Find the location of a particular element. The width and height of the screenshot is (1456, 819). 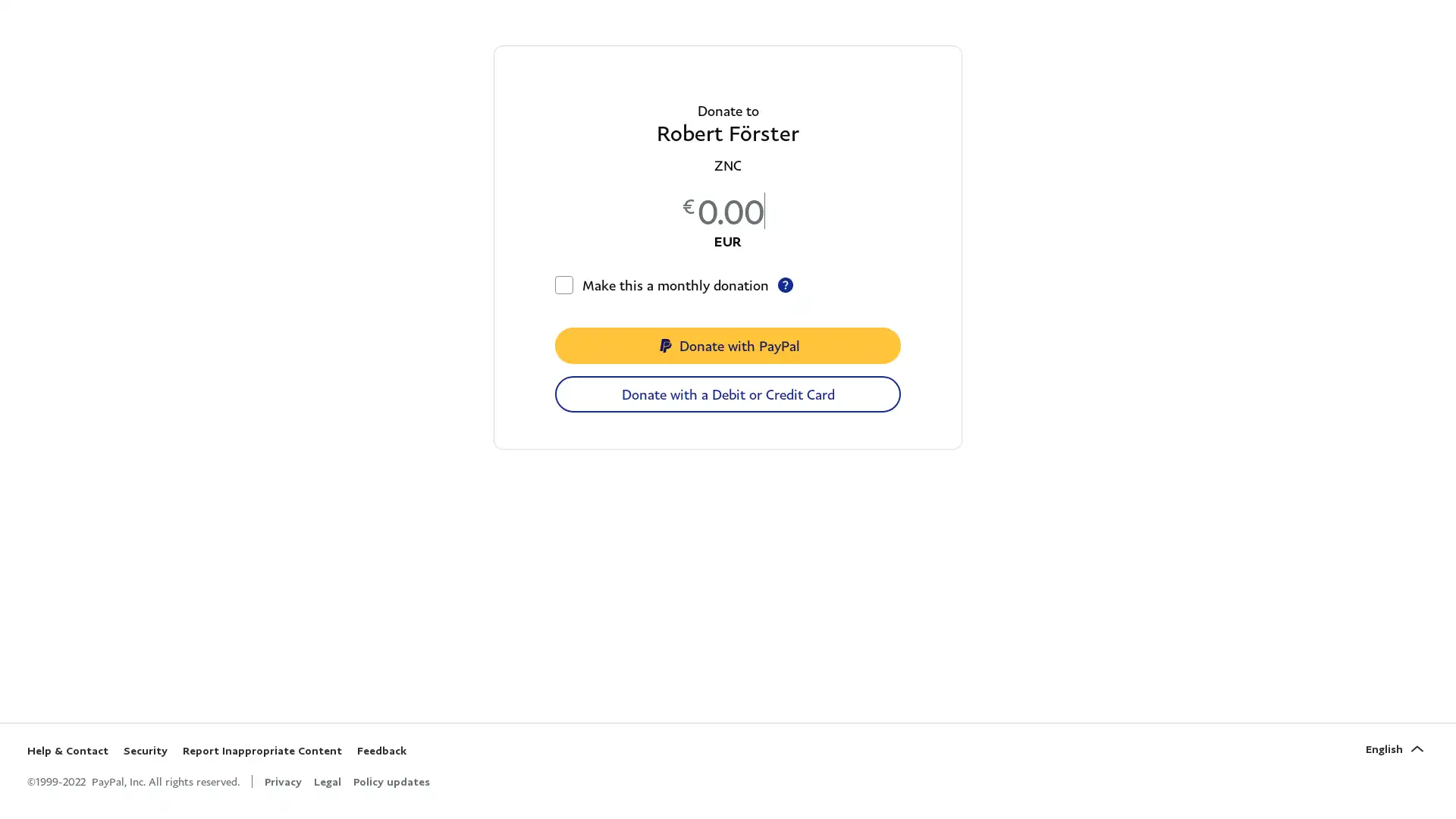

English is located at coordinates (1396, 748).